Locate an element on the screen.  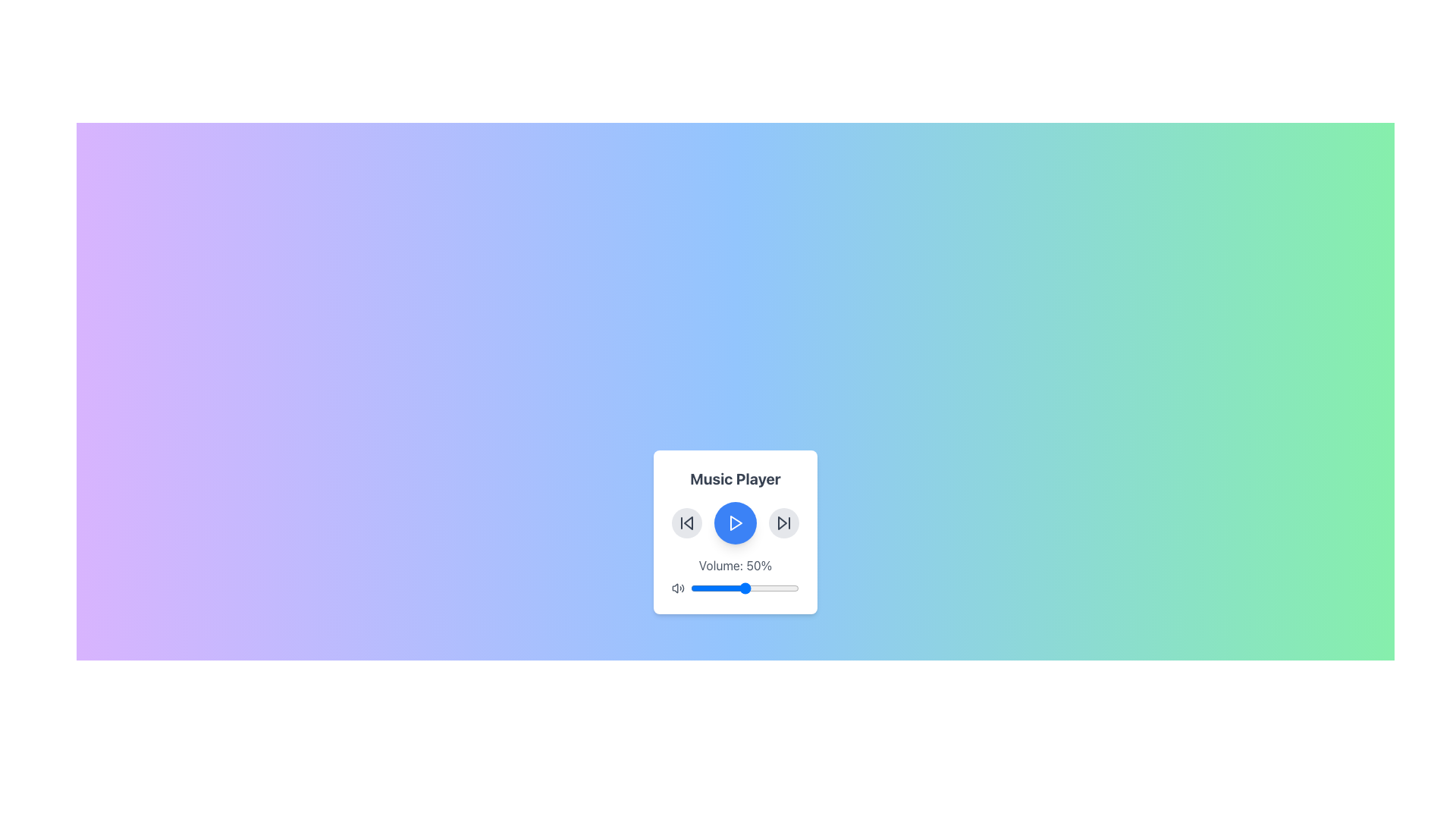
the volume control icon at the bottom-left corner of the music player interface is located at coordinates (674, 587).